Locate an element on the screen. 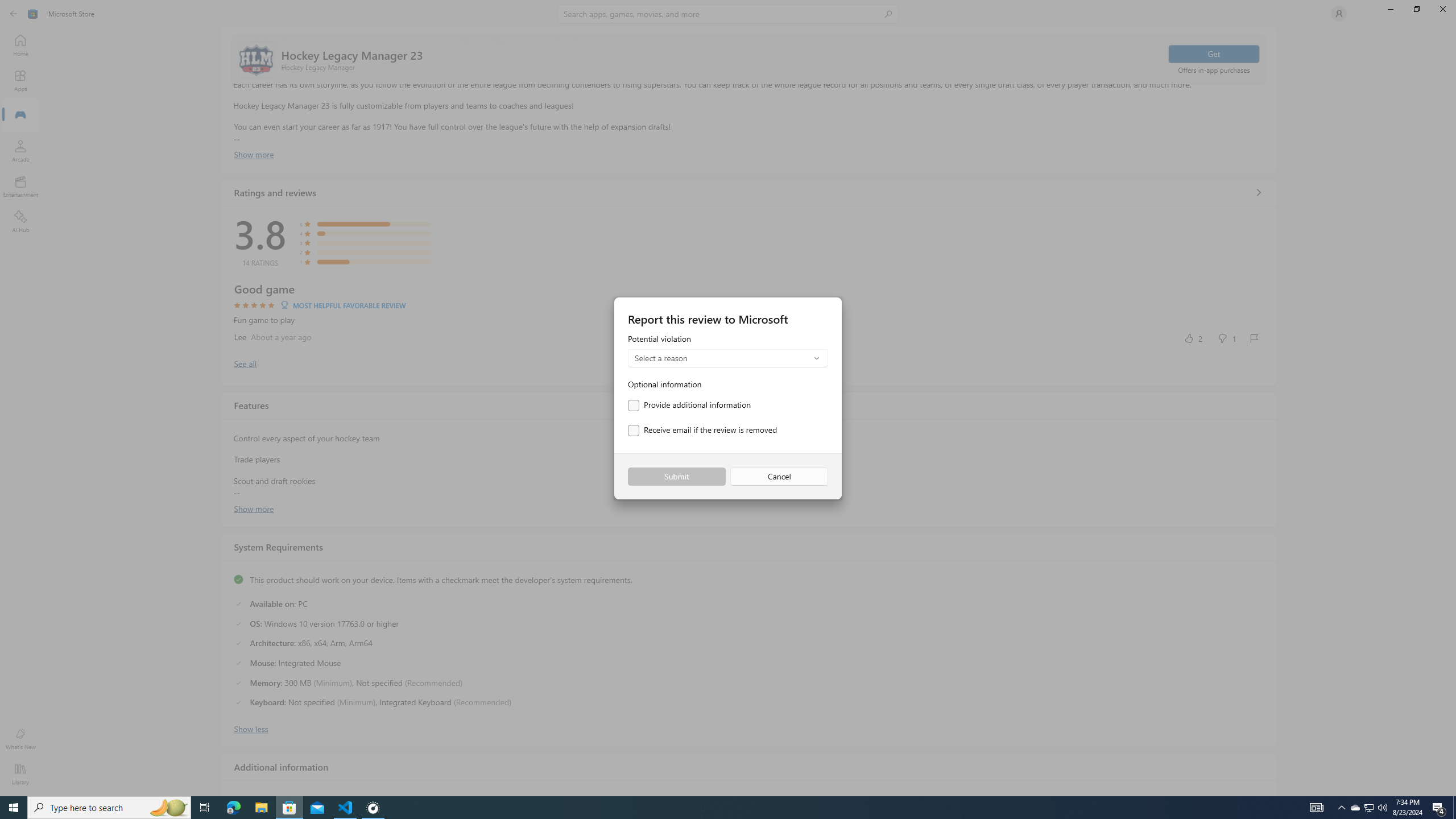 Image resolution: width=1456 pixels, height=819 pixels. 'Cancel' is located at coordinates (779, 477).